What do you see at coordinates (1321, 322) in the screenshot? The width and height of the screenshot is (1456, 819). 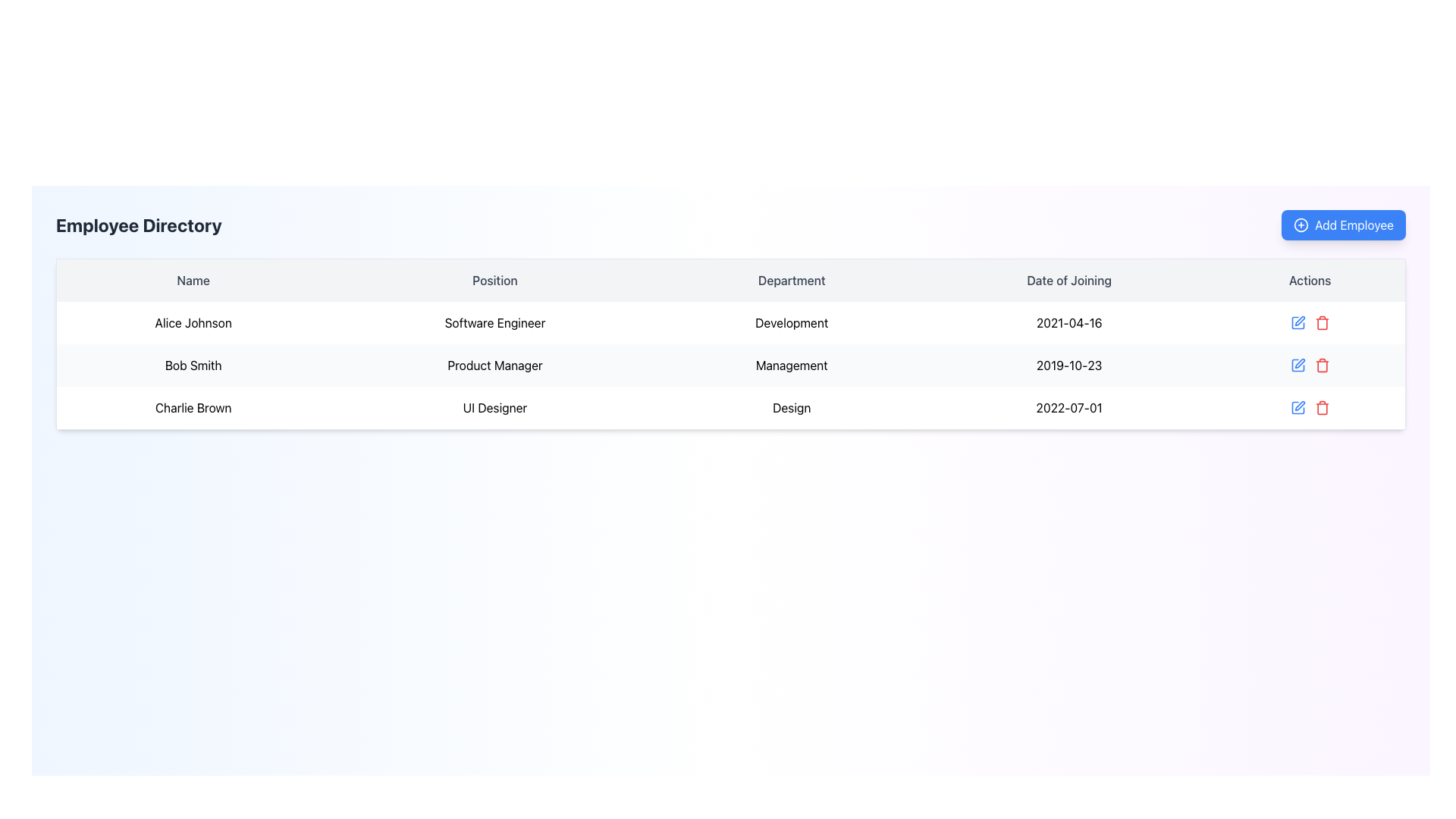 I see `the red trash can icon in the 'Actions' column of the second row in the table for 'Bob Smith'` at bounding box center [1321, 322].